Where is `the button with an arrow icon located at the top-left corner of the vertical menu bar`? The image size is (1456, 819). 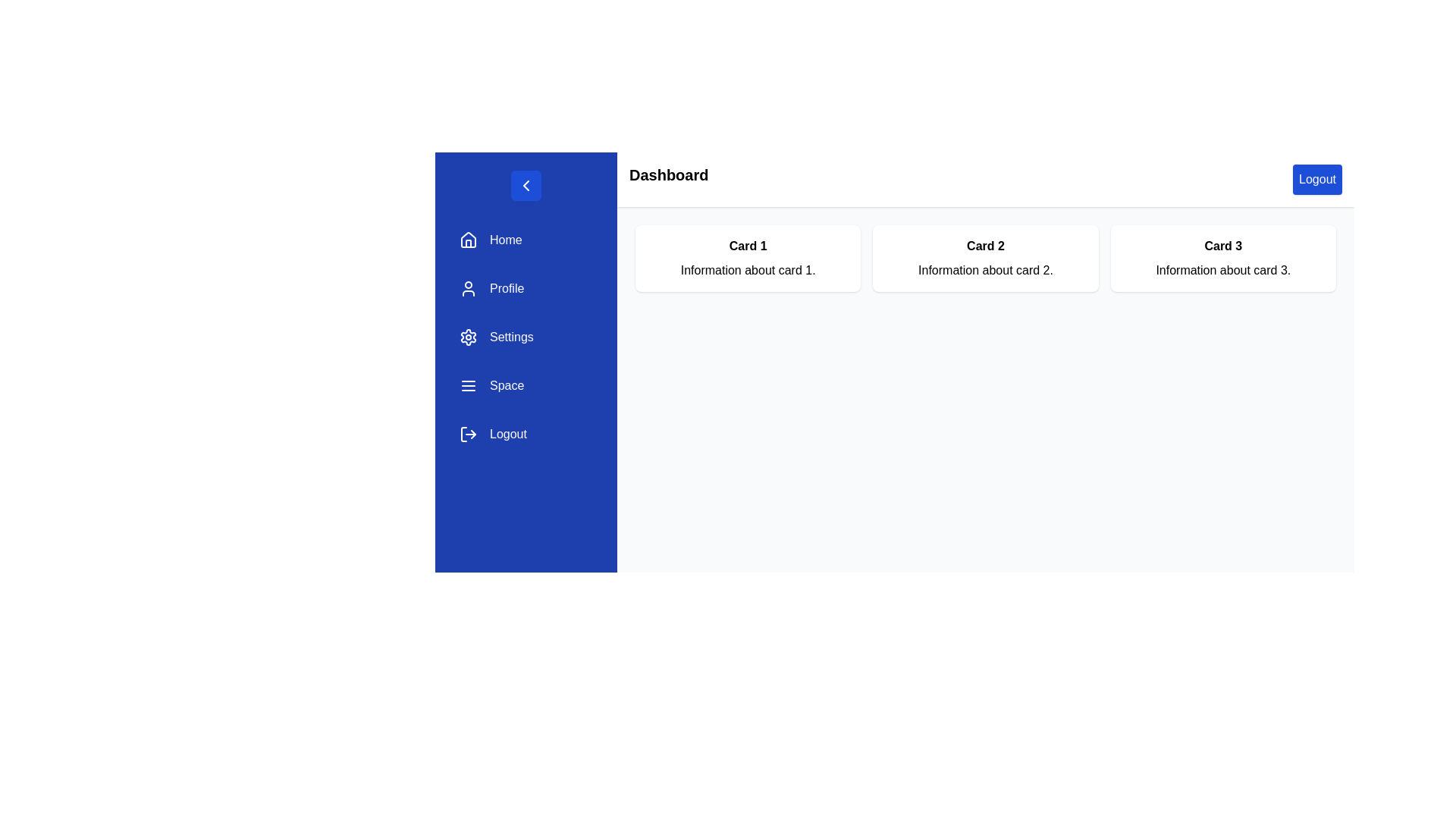
the button with an arrow icon located at the top-left corner of the vertical menu bar is located at coordinates (526, 185).